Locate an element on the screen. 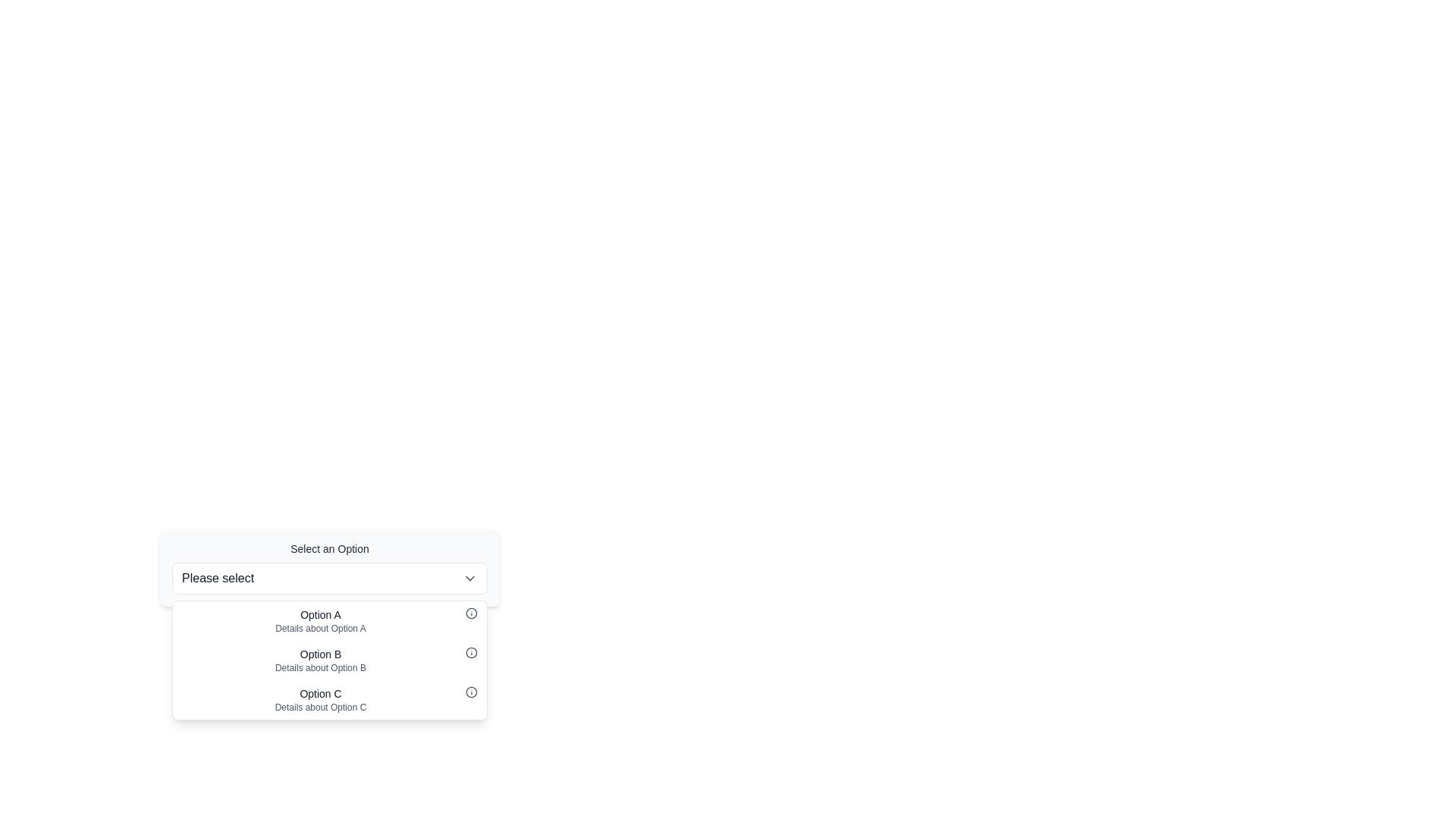  the chevron SVG icon located on the far right side of the dropdown labeled 'Please select' is located at coordinates (469, 579).